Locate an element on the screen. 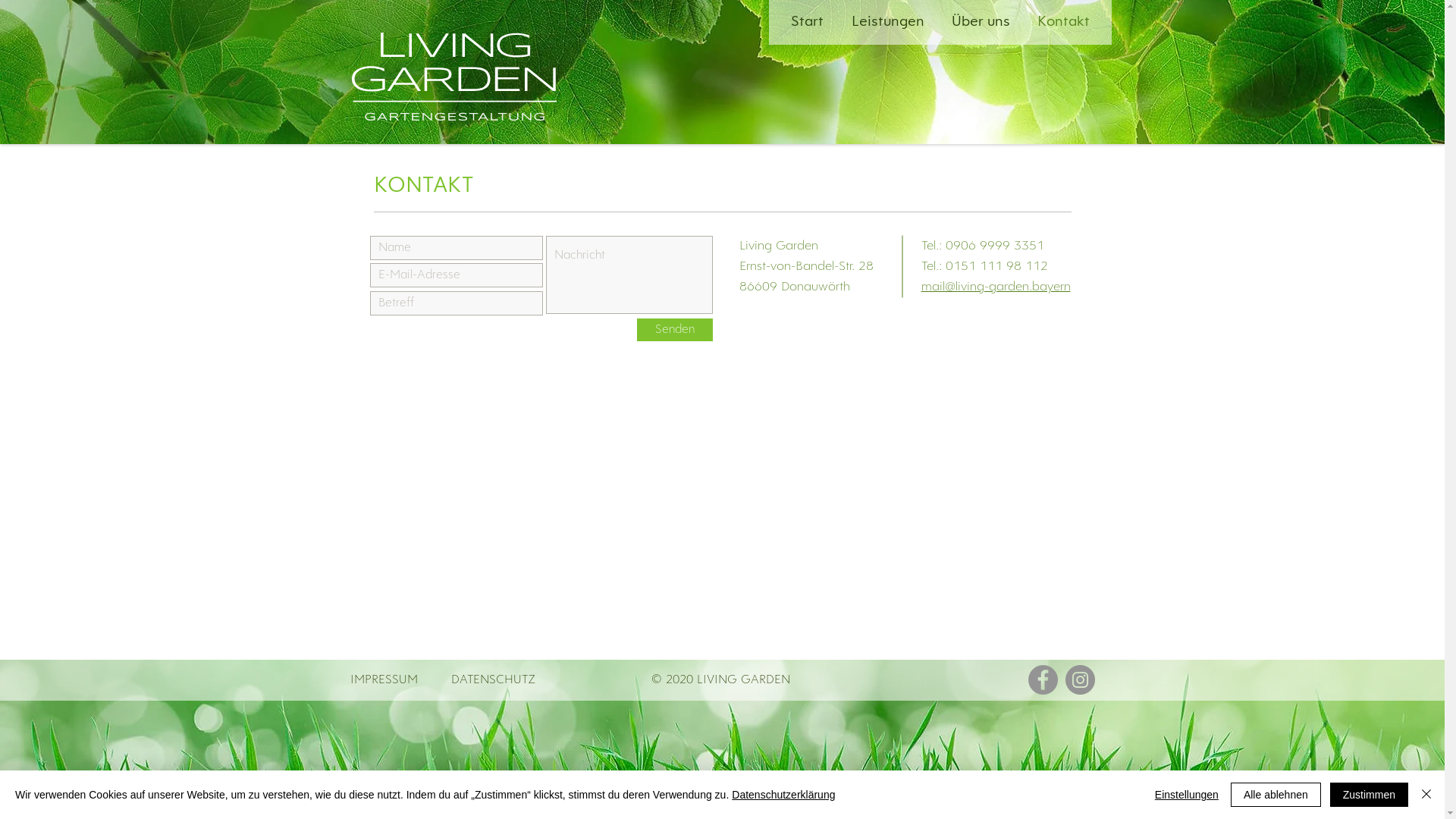 Image resolution: width=1456 pixels, height=819 pixels. 'Start' is located at coordinates (779, 22).